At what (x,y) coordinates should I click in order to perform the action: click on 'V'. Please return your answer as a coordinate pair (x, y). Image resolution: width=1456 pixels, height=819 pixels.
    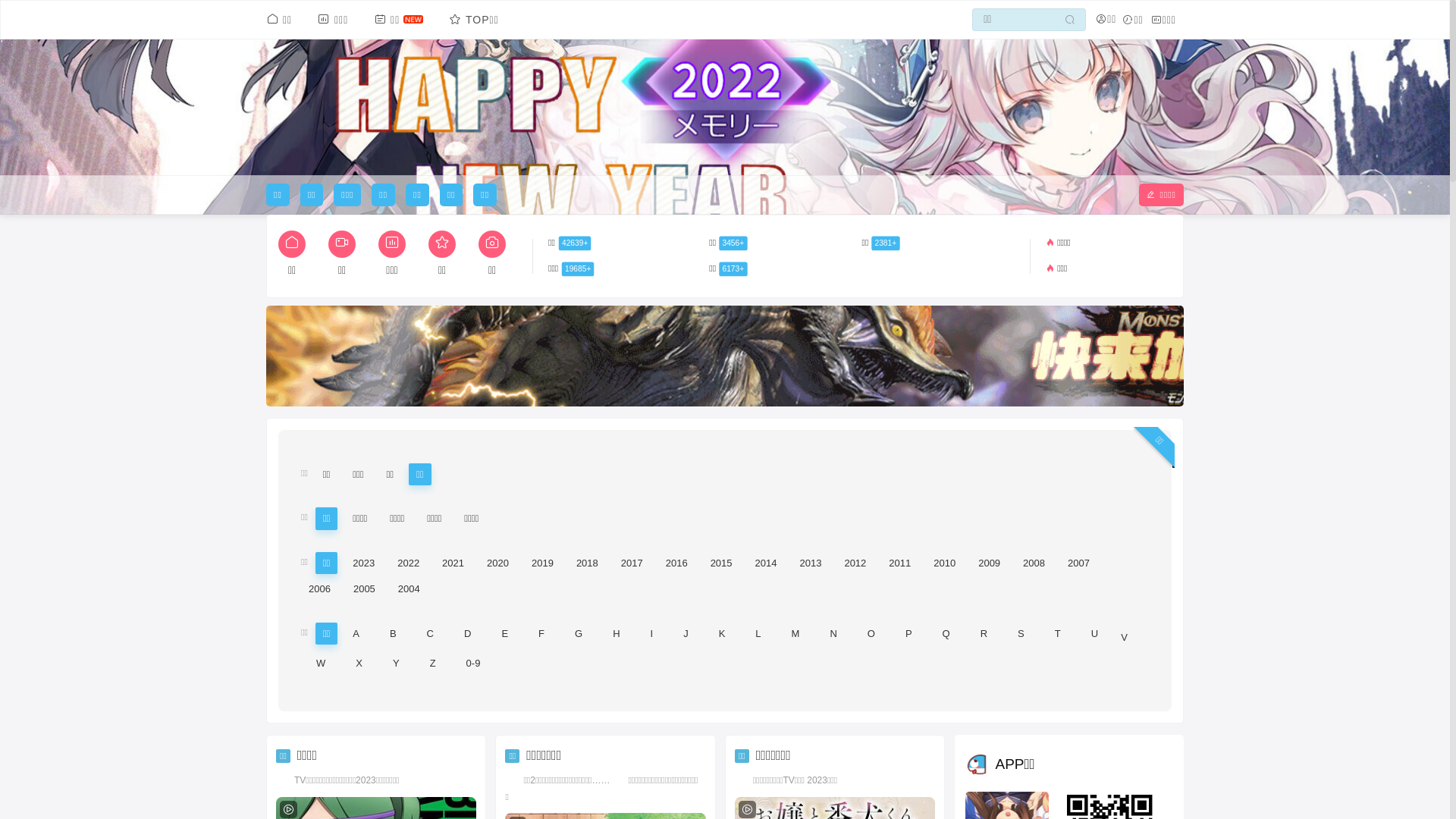
    Looking at the image, I should click on (1124, 637).